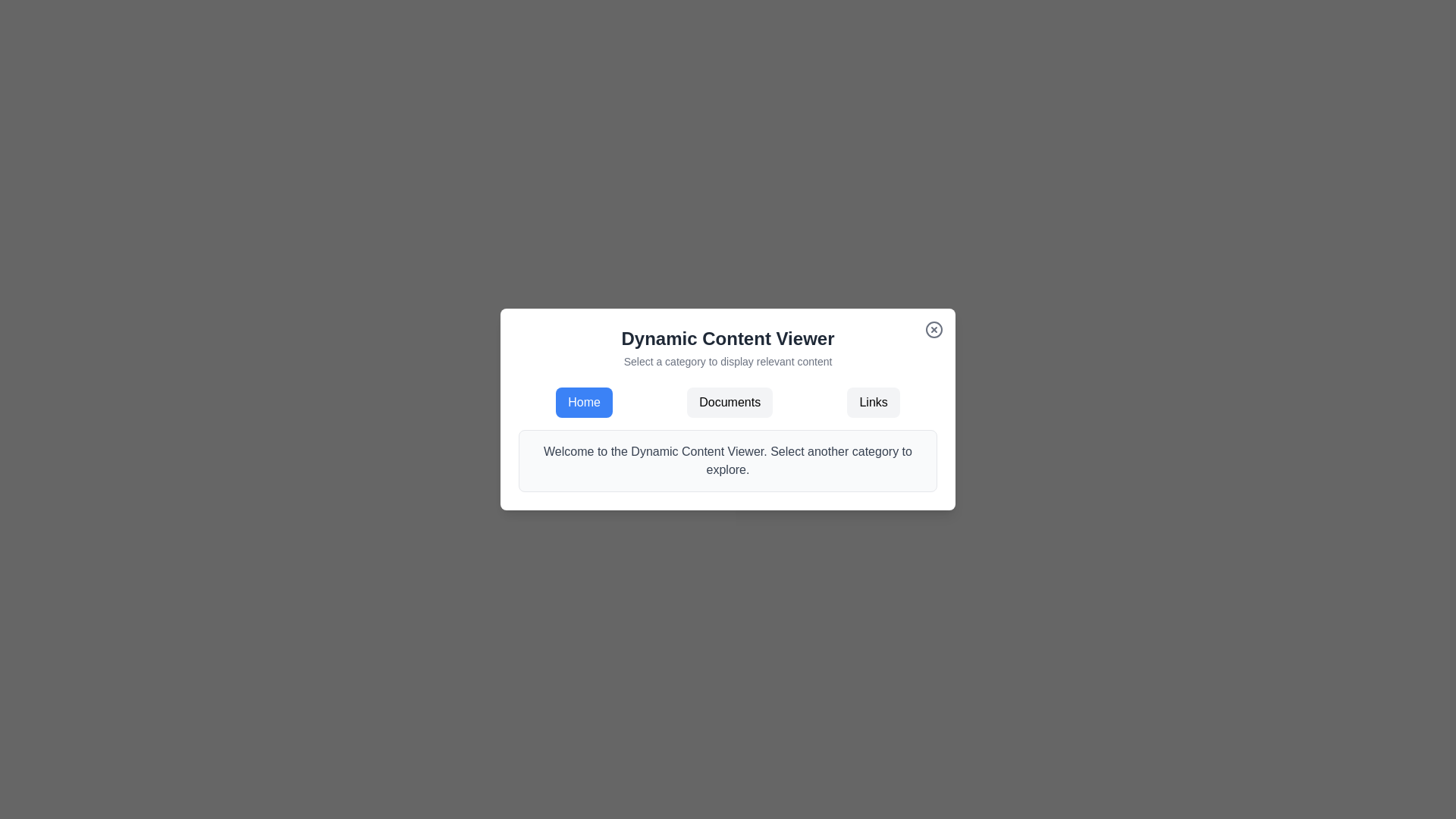 This screenshot has width=1456, height=819. I want to click on the 'Documents' navigation button located in the center of the navigation bar, so click(730, 402).